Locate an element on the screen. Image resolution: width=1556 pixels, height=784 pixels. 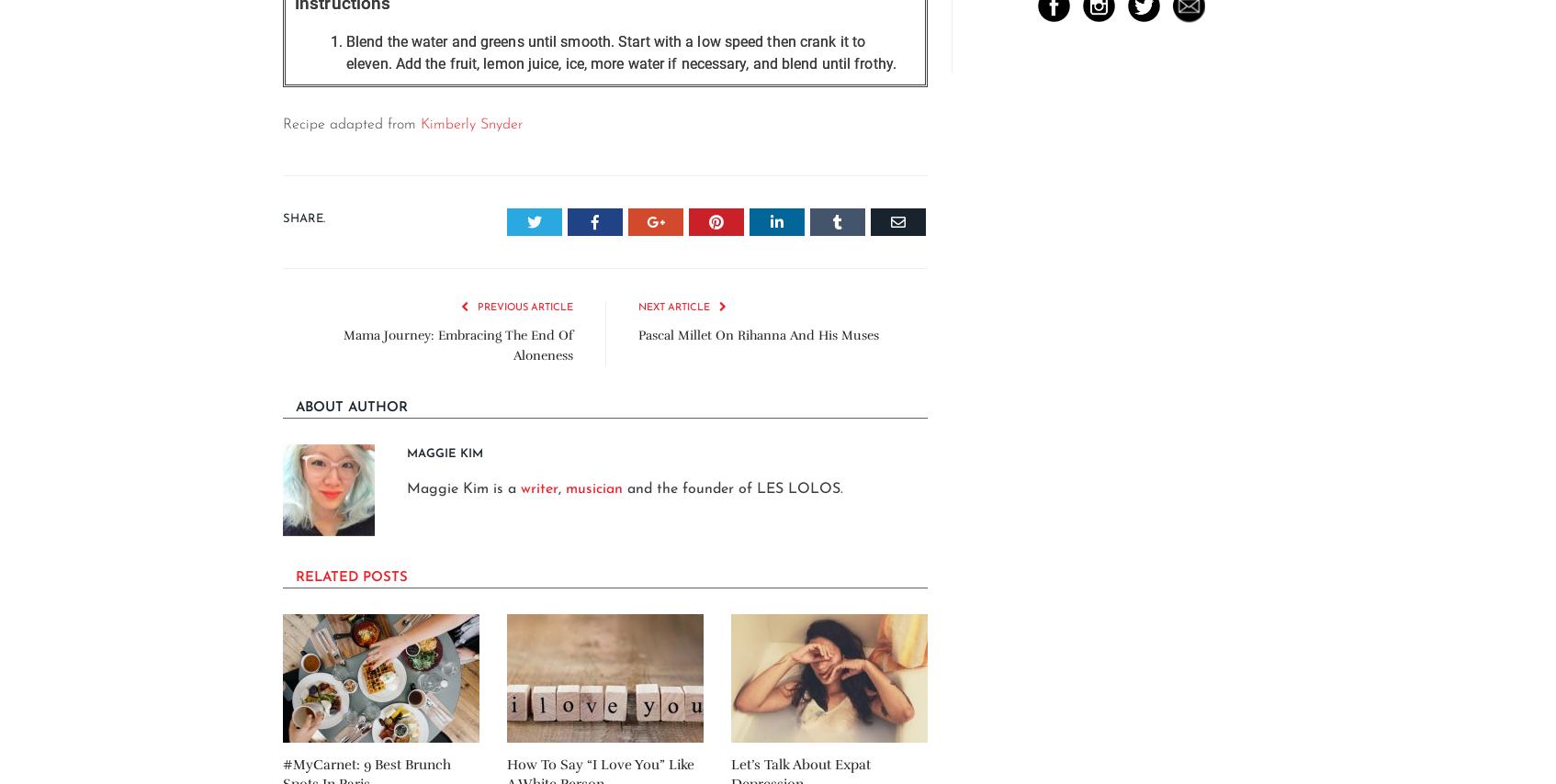
'writer' is located at coordinates (539, 488).